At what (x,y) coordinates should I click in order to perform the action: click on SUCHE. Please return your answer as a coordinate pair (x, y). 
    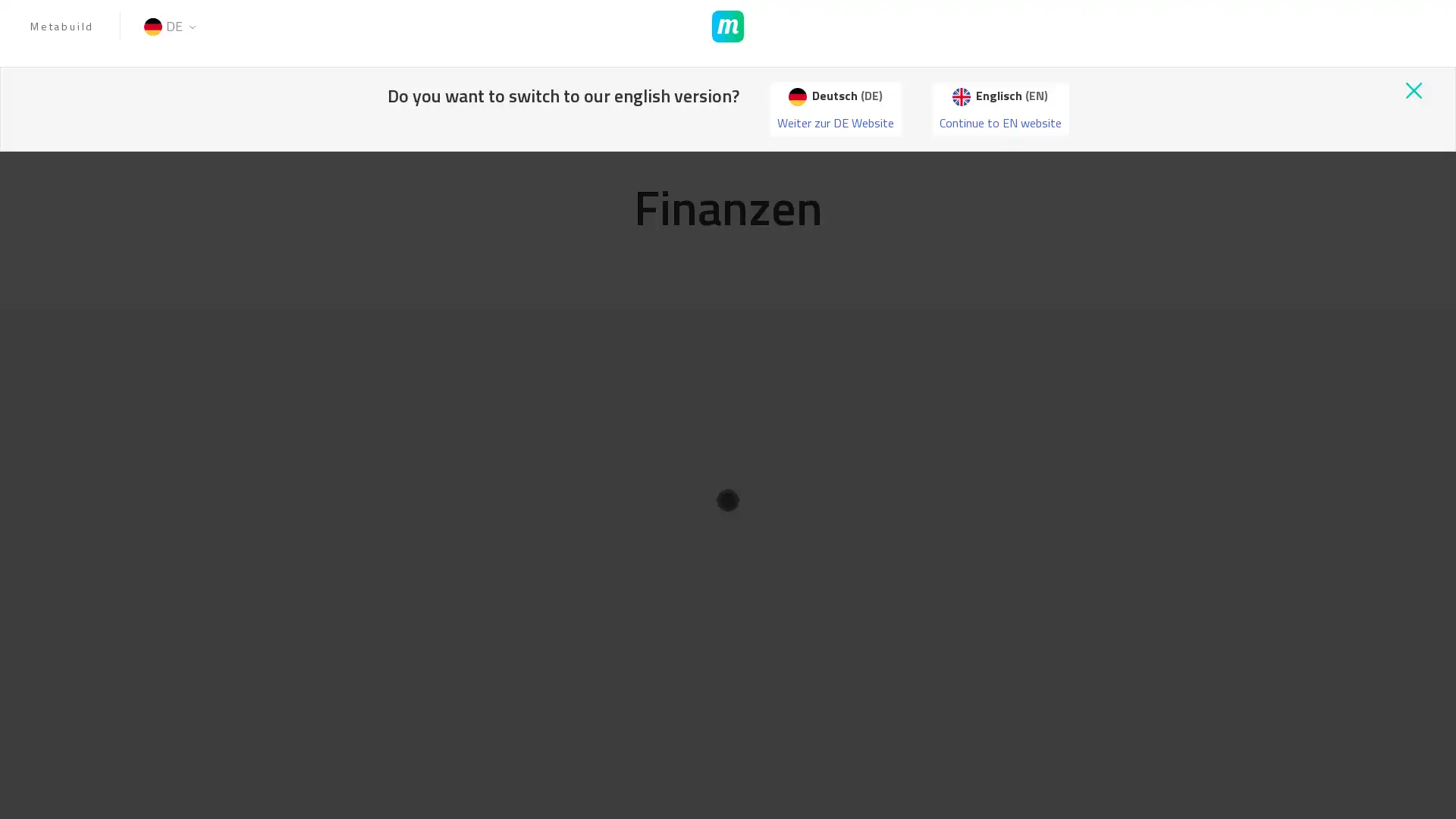
    Looking at the image, I should click on (975, 84).